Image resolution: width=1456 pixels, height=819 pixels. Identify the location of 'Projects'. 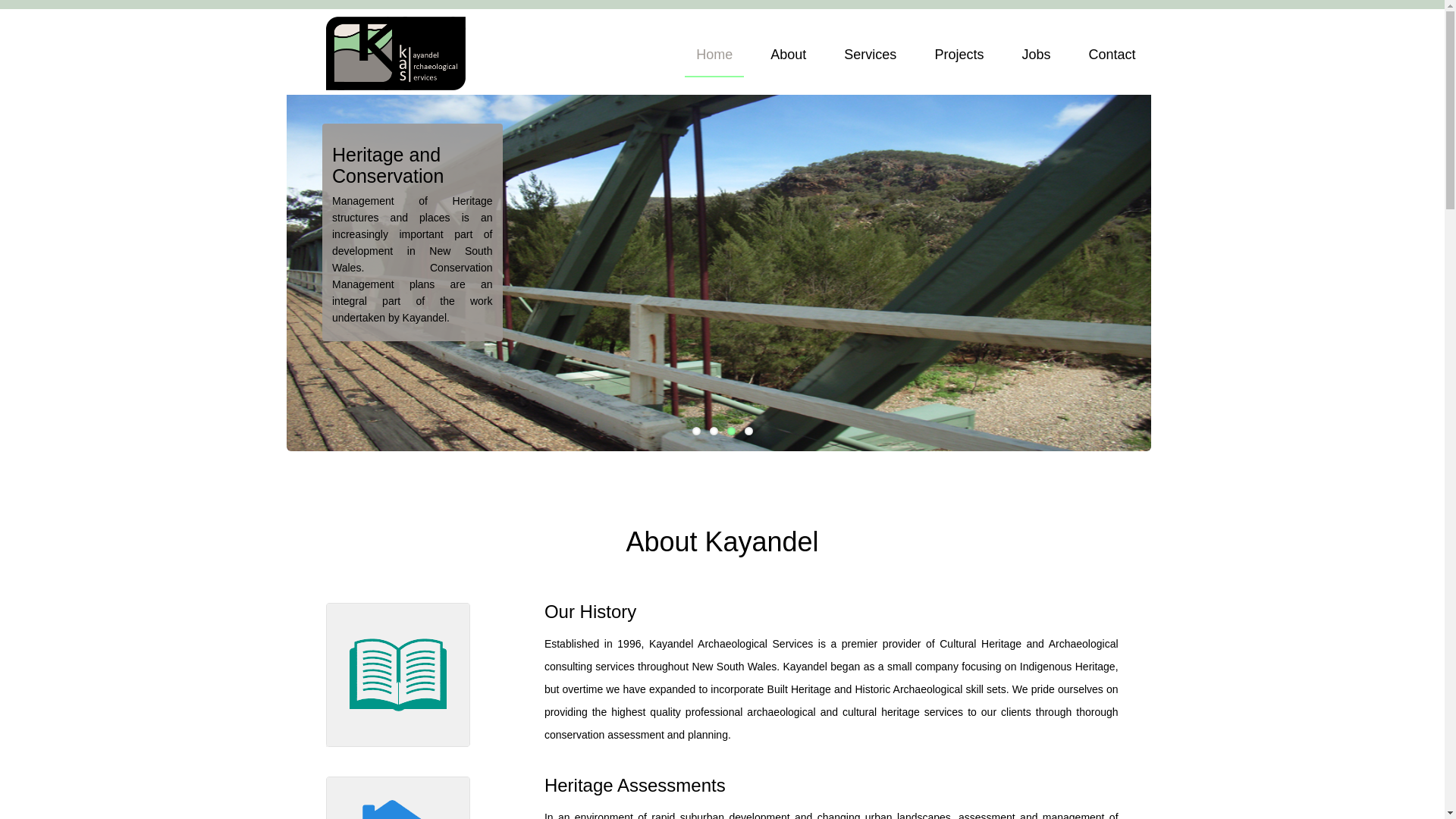
(958, 58).